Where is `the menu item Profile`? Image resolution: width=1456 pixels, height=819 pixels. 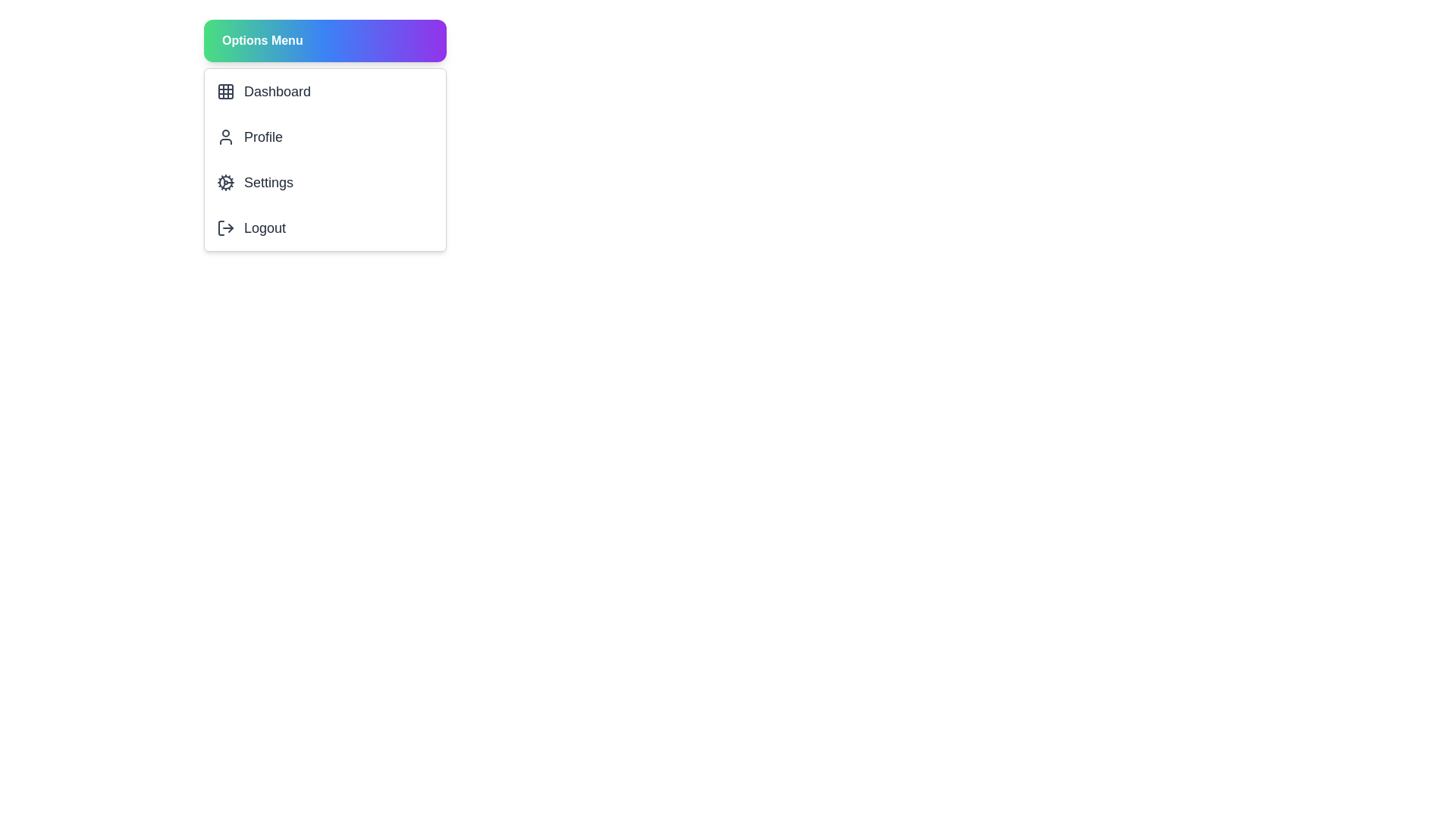
the menu item Profile is located at coordinates (324, 137).